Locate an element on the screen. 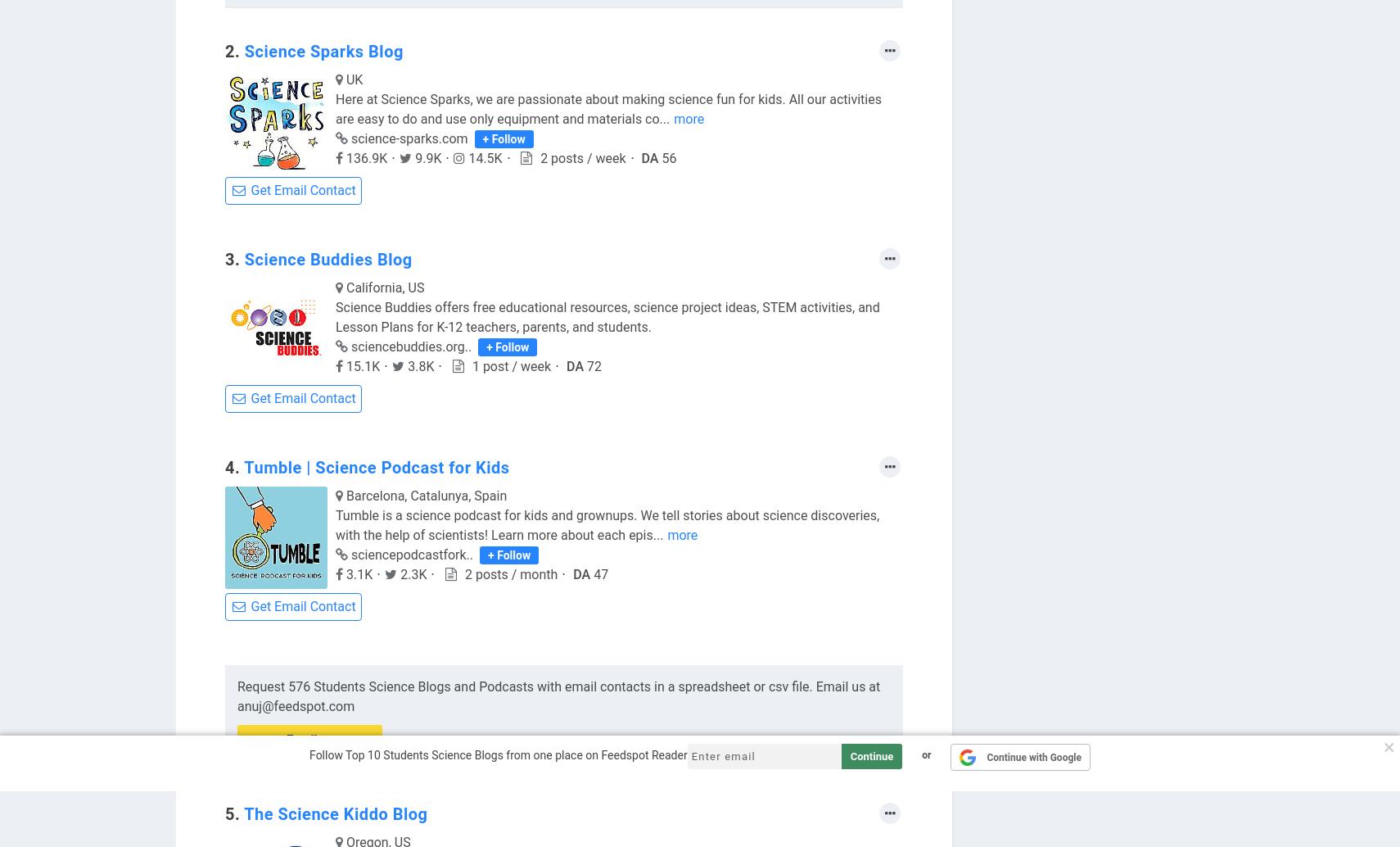 The width and height of the screenshot is (1400, 847). 'Science Buddies offers free educational resources, science project ideas, STEM activities, and Lesson Plans for K-12 teachers, parents, and students.' is located at coordinates (607, 316).